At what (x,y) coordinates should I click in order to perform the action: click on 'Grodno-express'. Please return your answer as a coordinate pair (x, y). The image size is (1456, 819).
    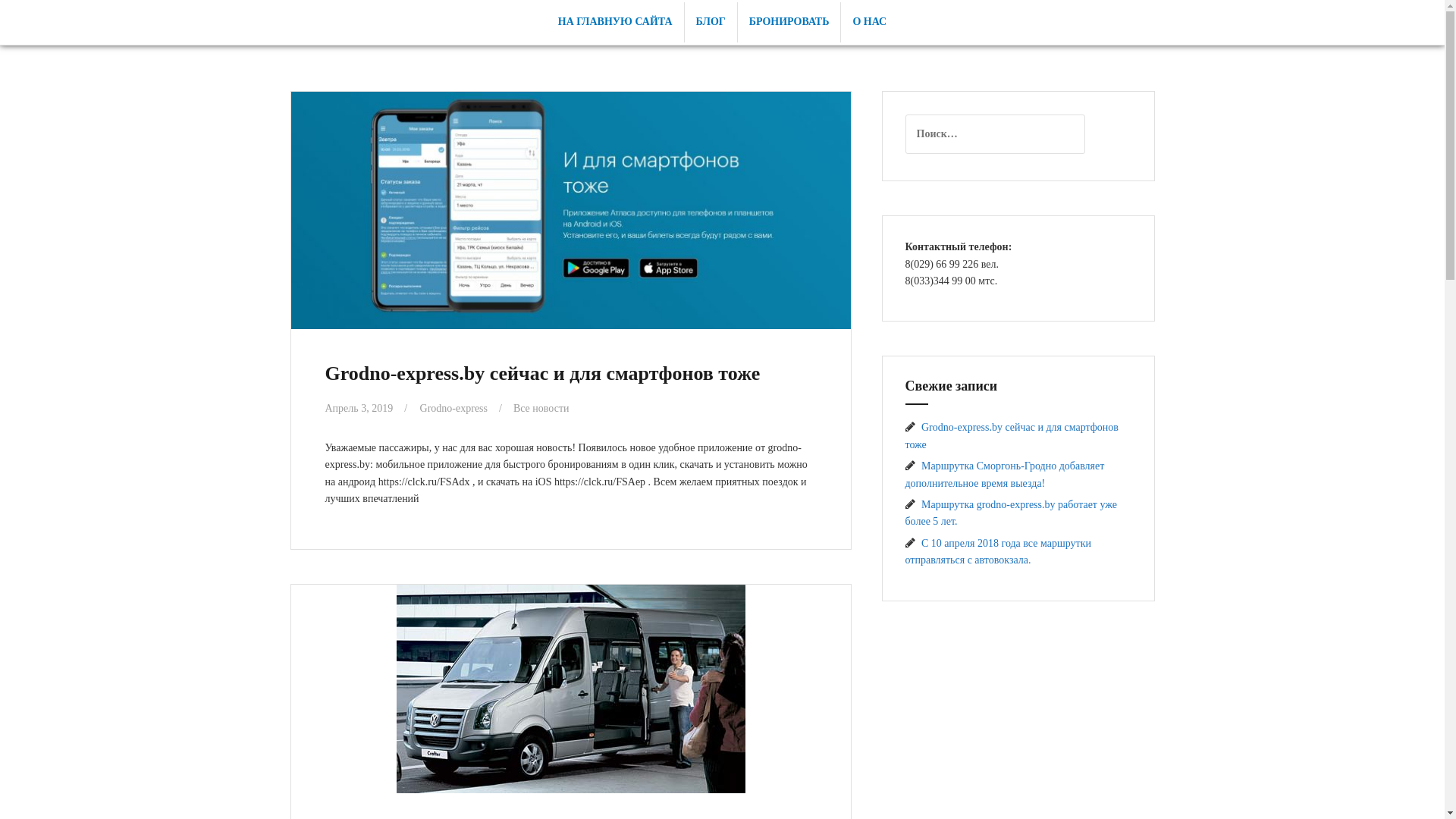
    Looking at the image, I should click on (419, 406).